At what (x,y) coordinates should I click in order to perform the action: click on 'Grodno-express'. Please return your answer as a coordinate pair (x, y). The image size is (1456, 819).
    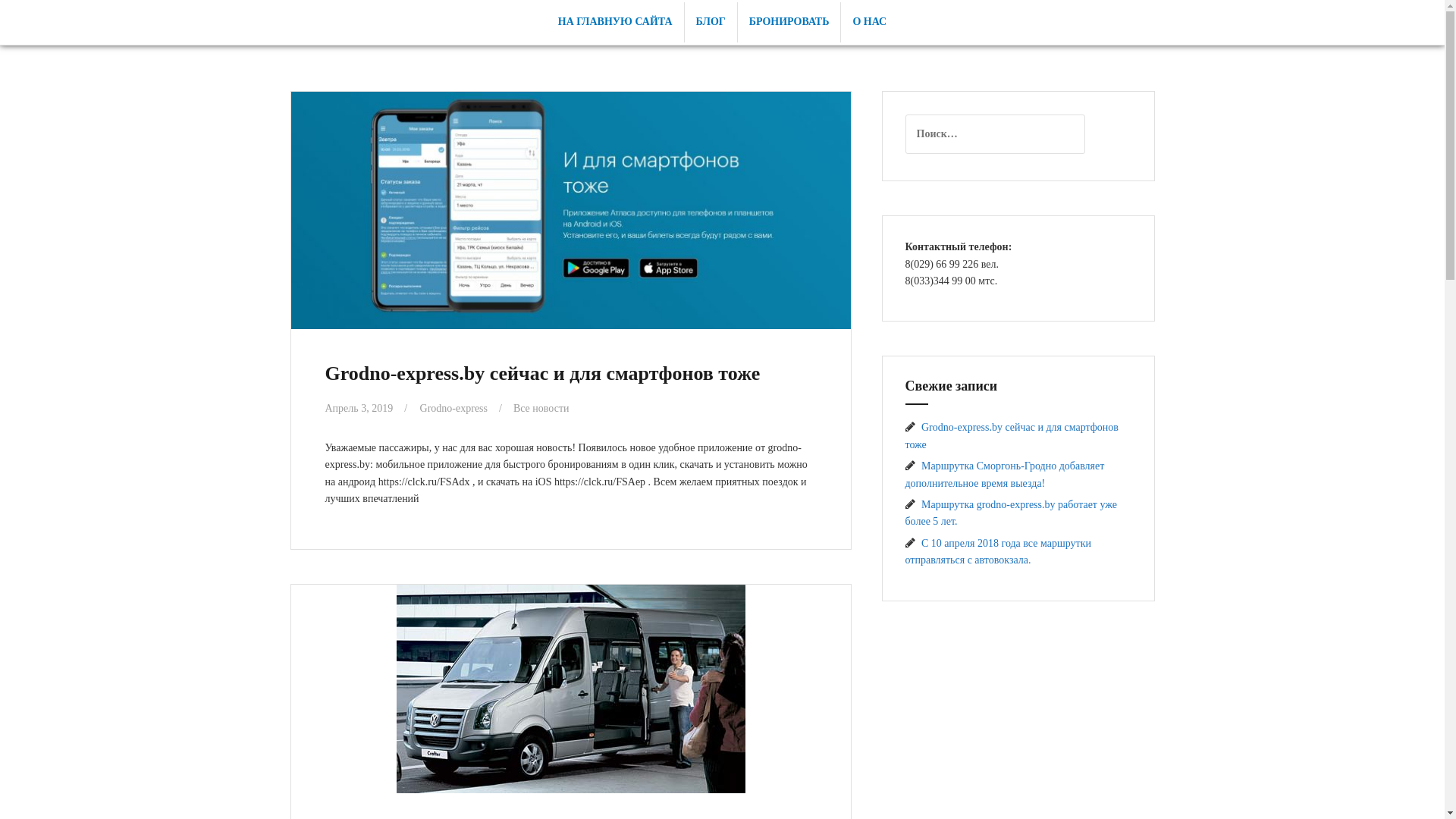
    Looking at the image, I should click on (419, 406).